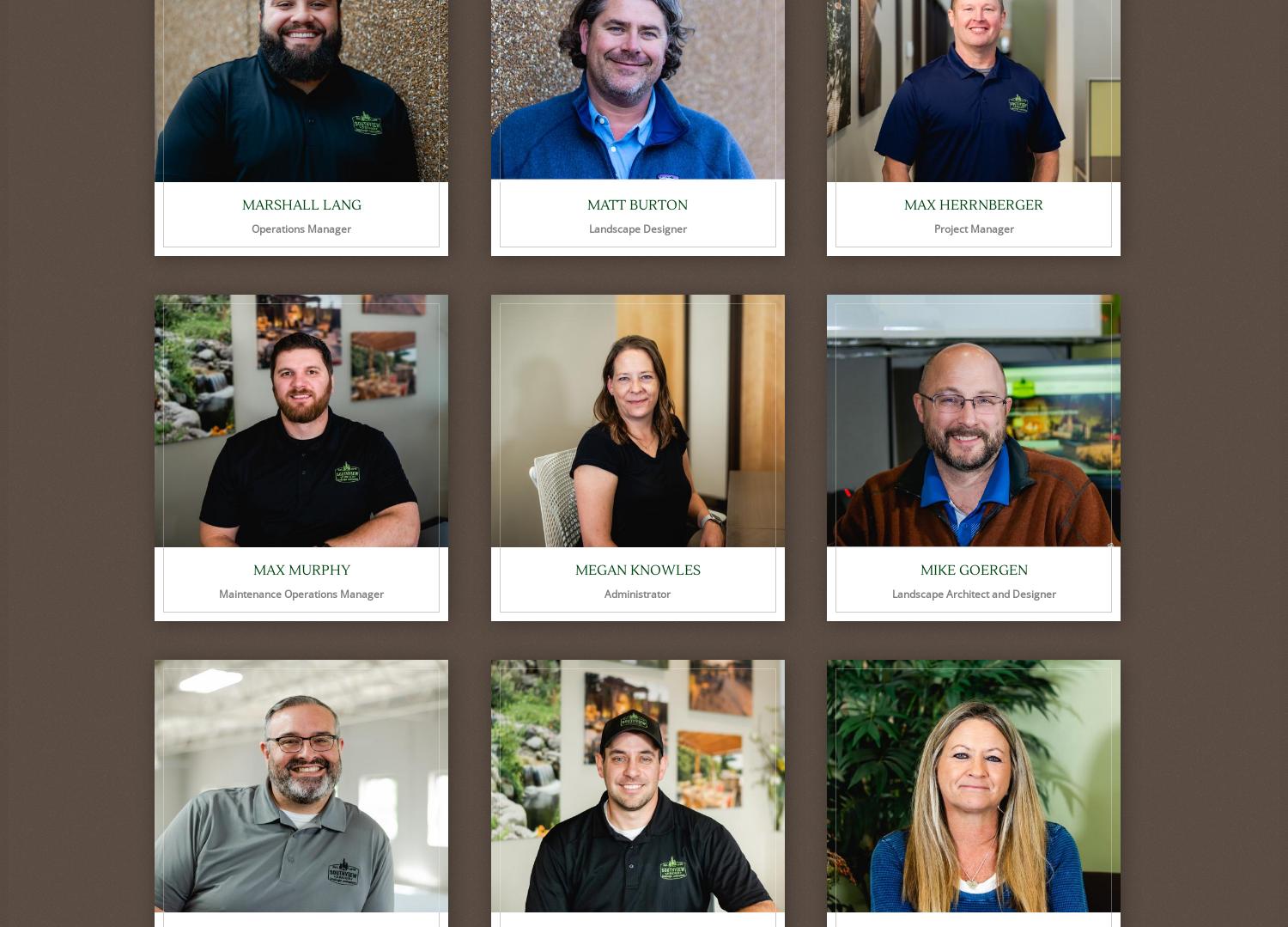 Image resolution: width=1288 pixels, height=927 pixels. I want to click on 'Marshall Lang', so click(300, 204).